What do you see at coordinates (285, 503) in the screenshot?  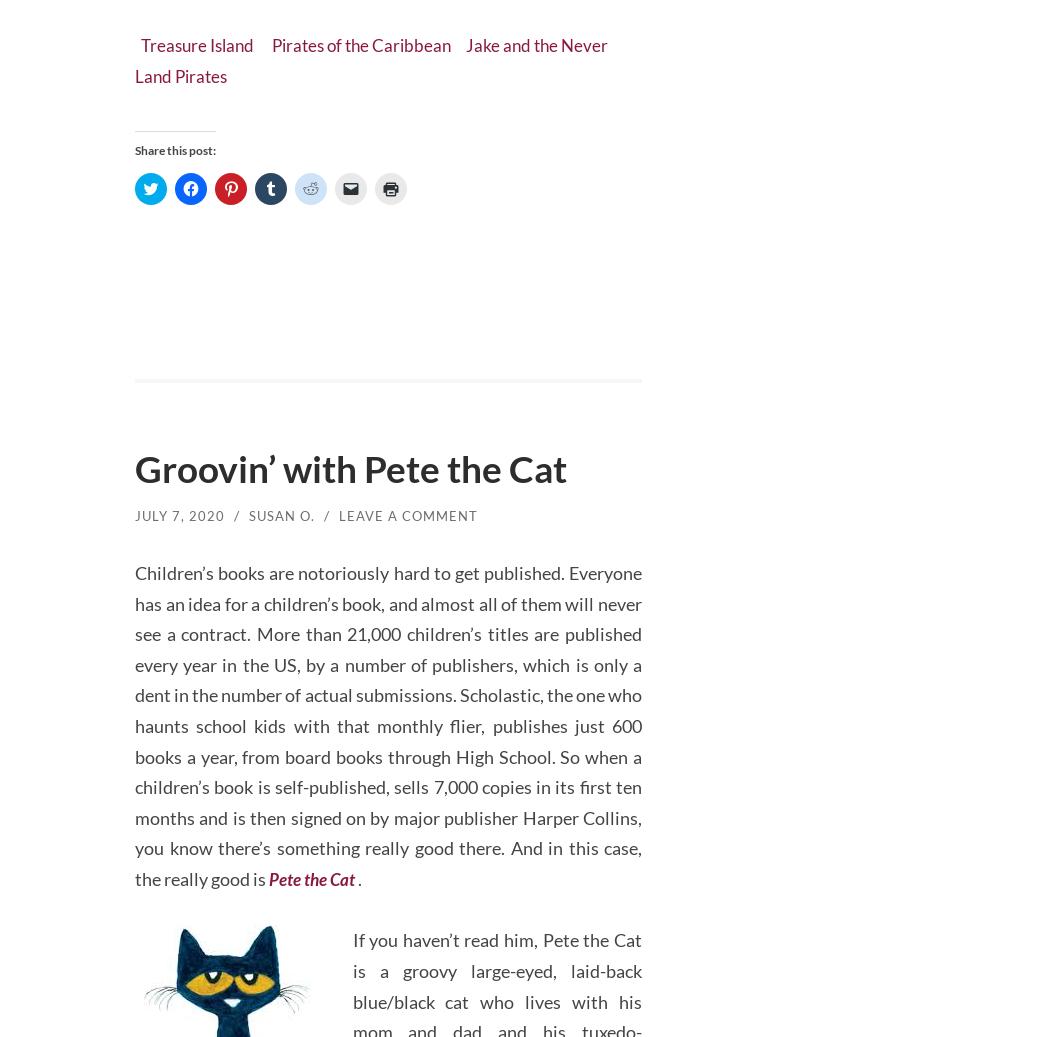 I see `'Susan O.'` at bounding box center [285, 503].